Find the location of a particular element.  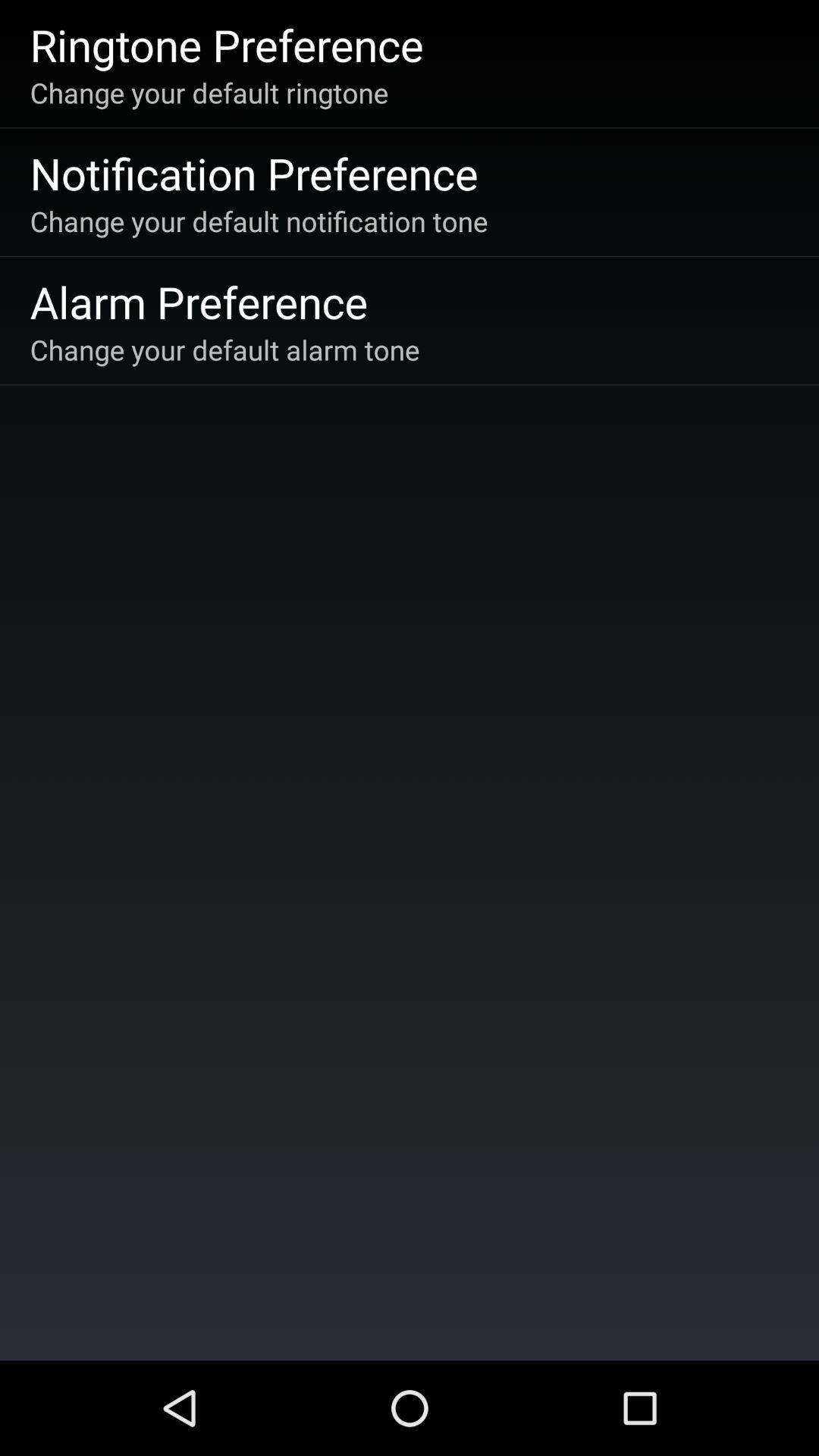

alarm preference icon is located at coordinates (198, 301).